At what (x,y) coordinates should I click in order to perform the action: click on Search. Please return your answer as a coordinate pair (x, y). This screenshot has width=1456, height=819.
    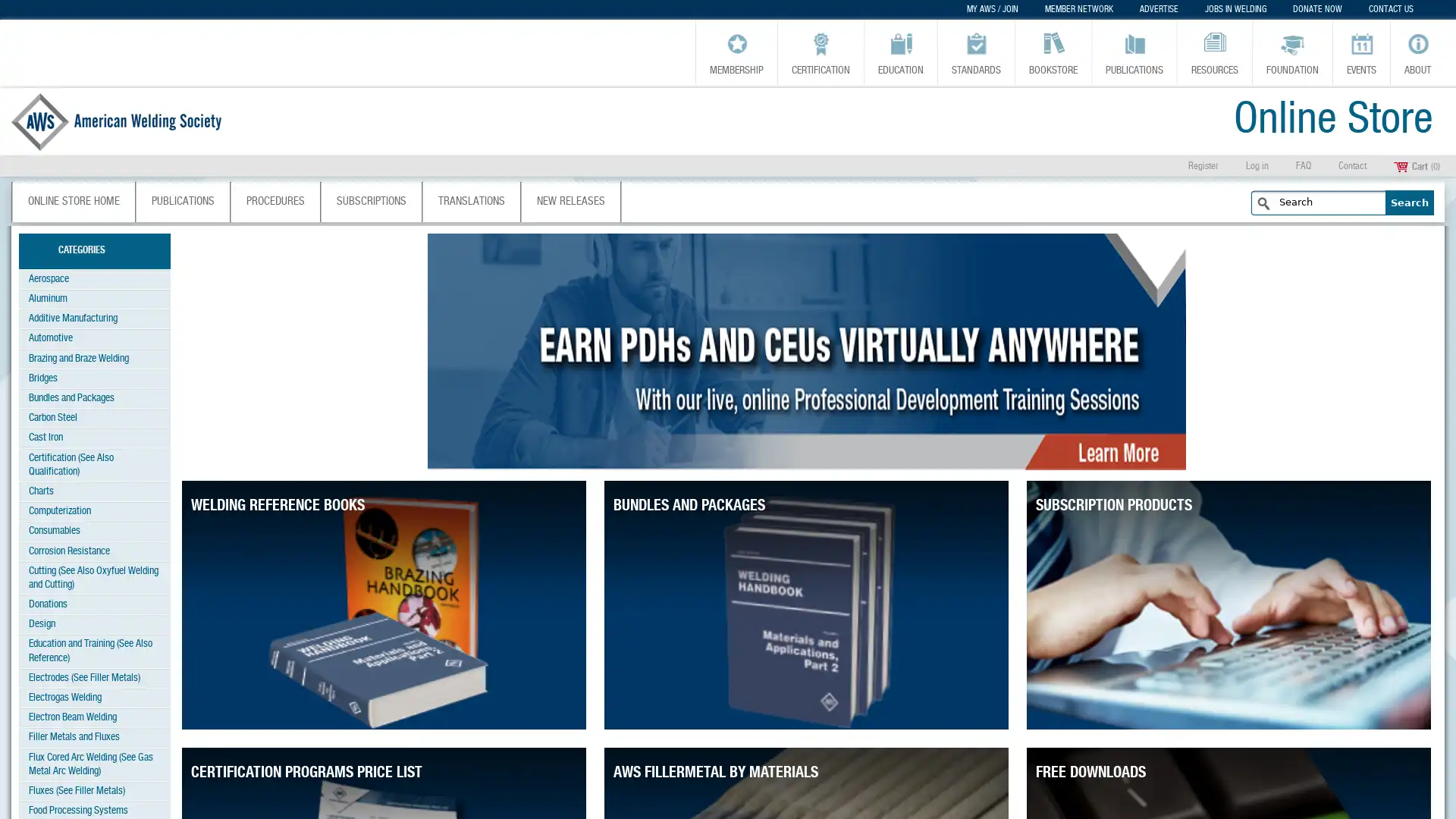
    Looking at the image, I should click on (1408, 202).